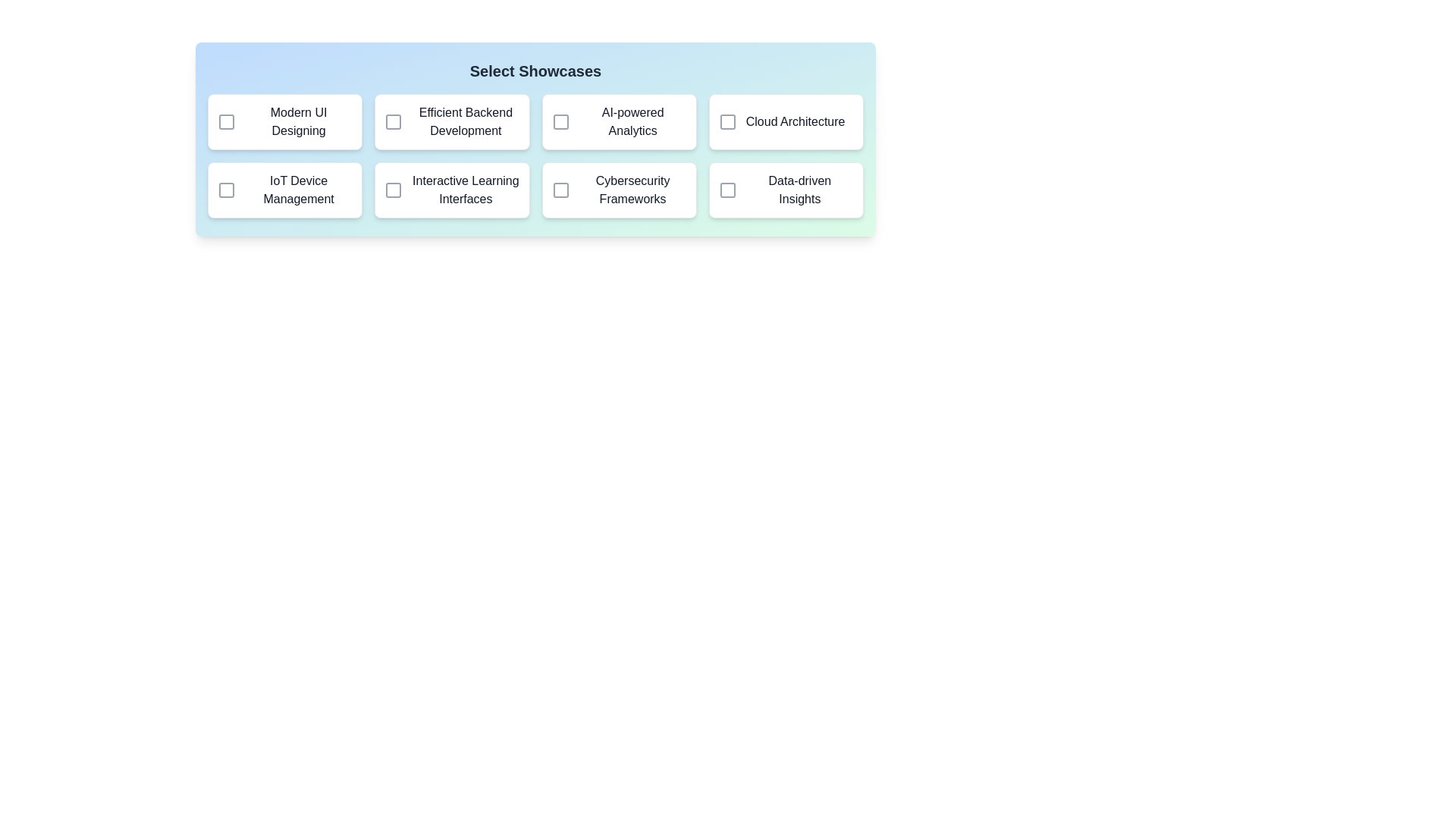  I want to click on the showcase item labeled 'Data-driven Insights' to observe the hover effect, so click(786, 189).